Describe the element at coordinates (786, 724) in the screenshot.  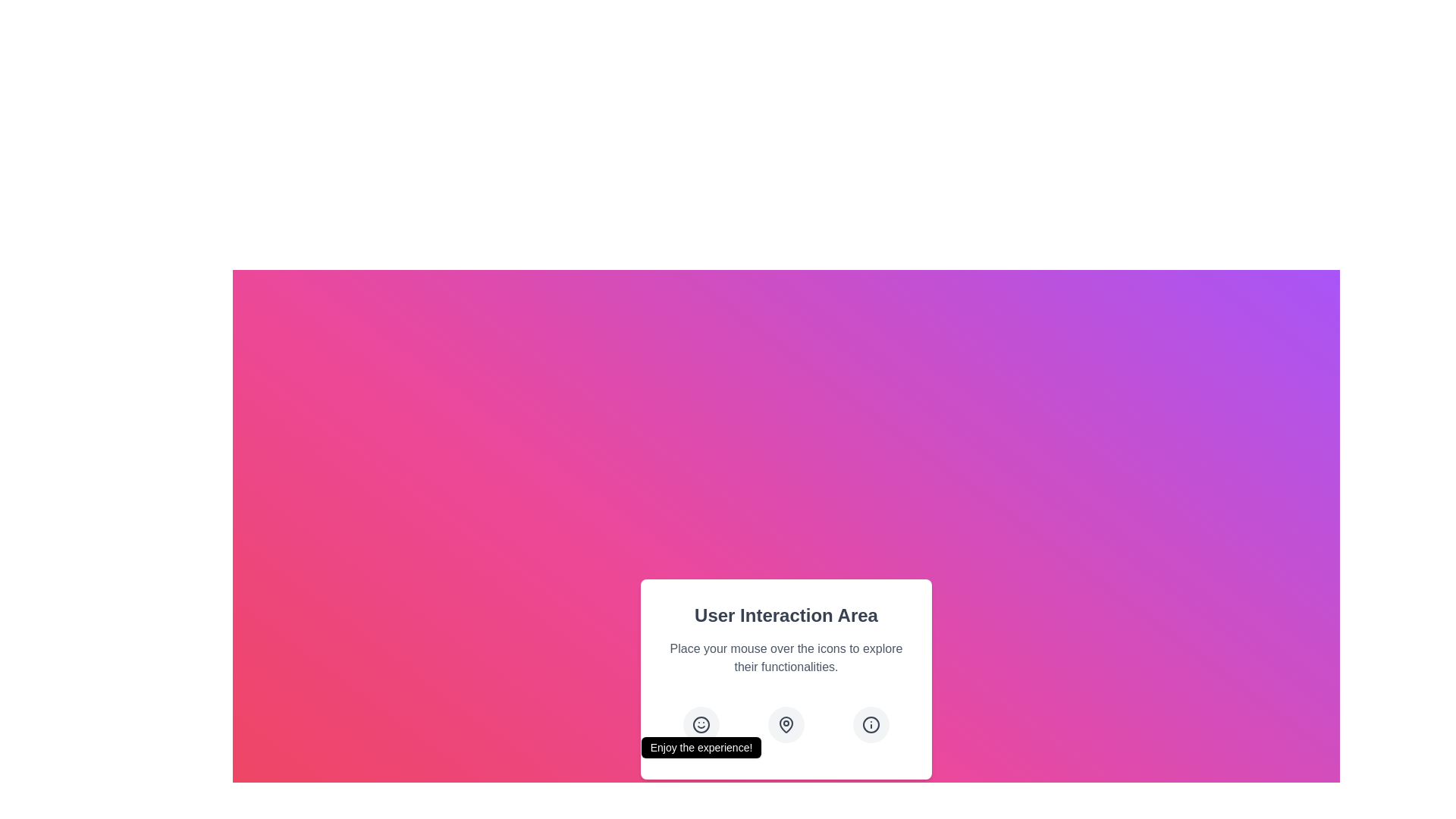
I see `the central rounded button with a map pin icon` at that location.